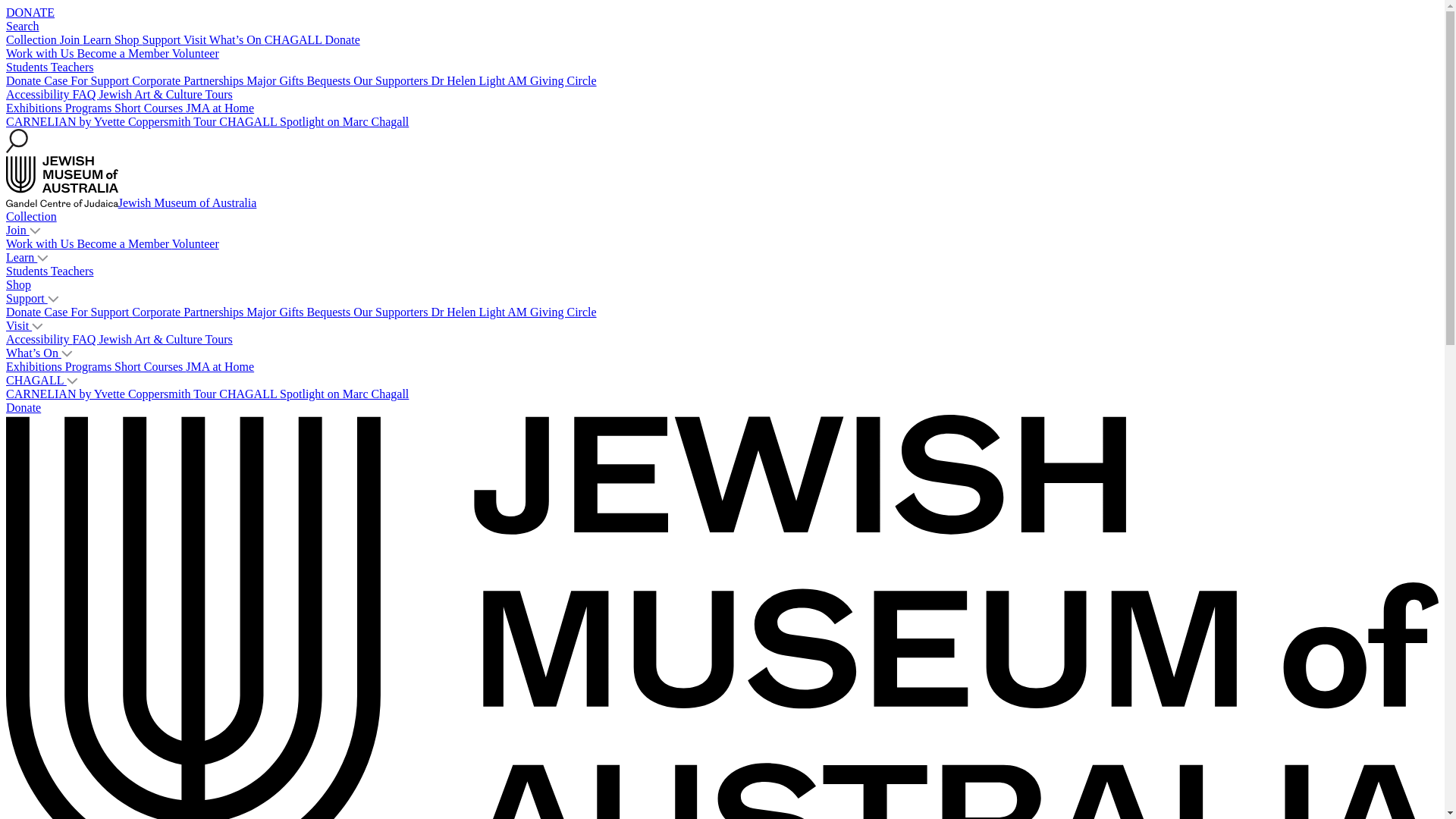 This screenshot has height=819, width=1456. What do you see at coordinates (513, 311) in the screenshot?
I see `'Dr Helen Light AM Giving Circle'` at bounding box center [513, 311].